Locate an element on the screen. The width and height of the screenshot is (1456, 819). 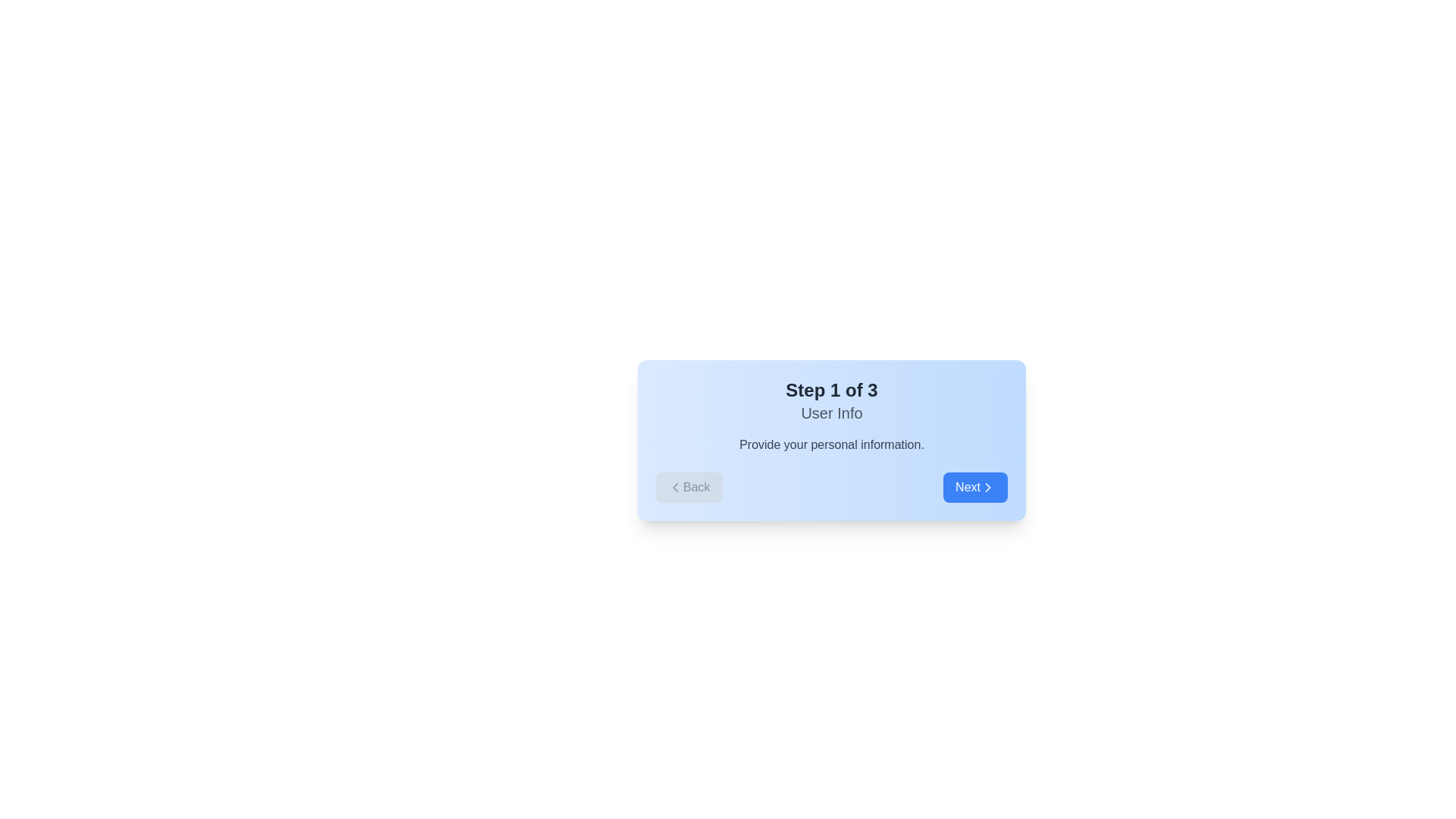
the 'Back' button icon, which serves as a visual indicator for backward navigation is located at coordinates (675, 488).